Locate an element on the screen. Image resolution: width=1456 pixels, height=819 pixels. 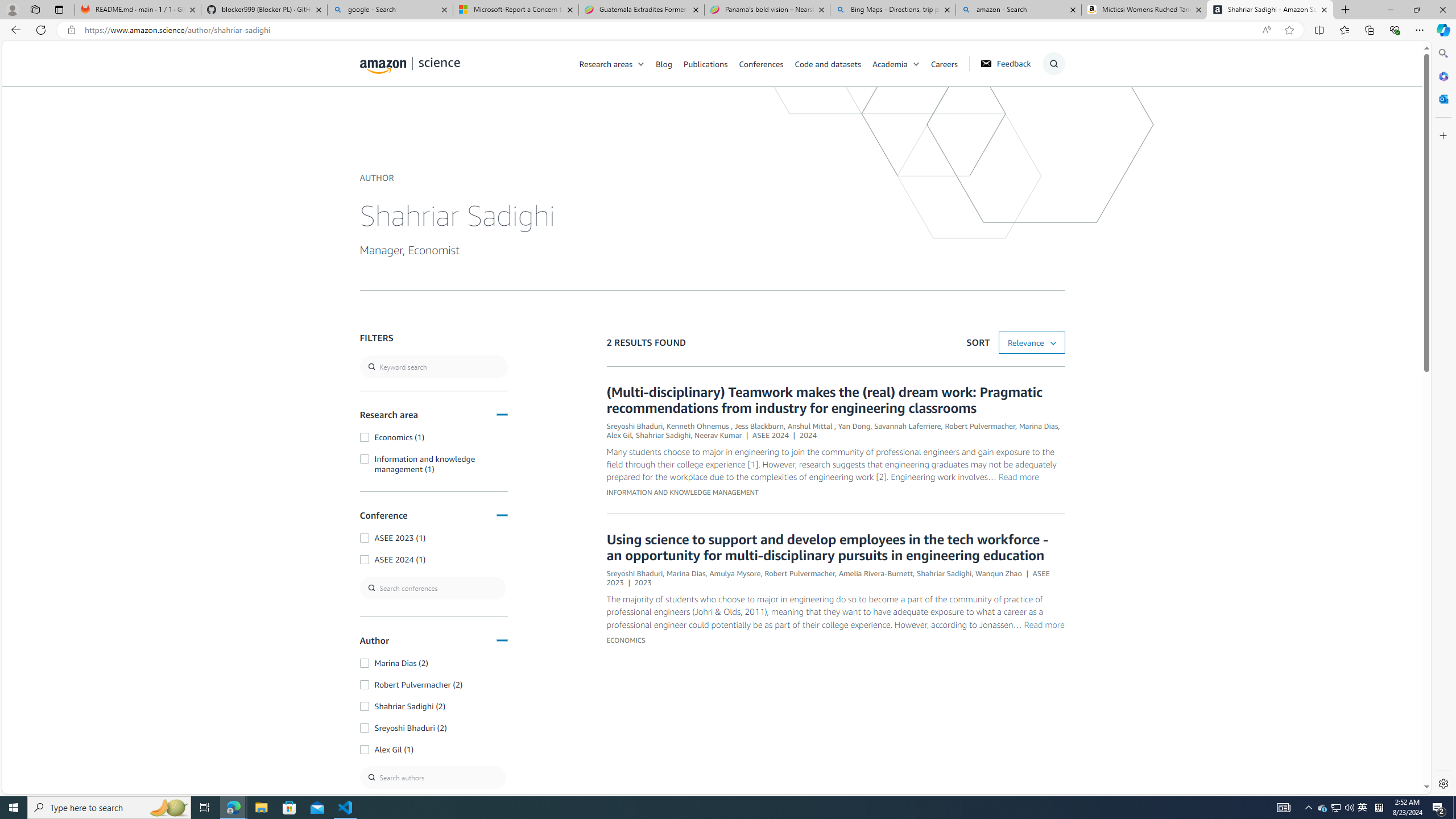
'Code and datasets' is located at coordinates (828, 63).